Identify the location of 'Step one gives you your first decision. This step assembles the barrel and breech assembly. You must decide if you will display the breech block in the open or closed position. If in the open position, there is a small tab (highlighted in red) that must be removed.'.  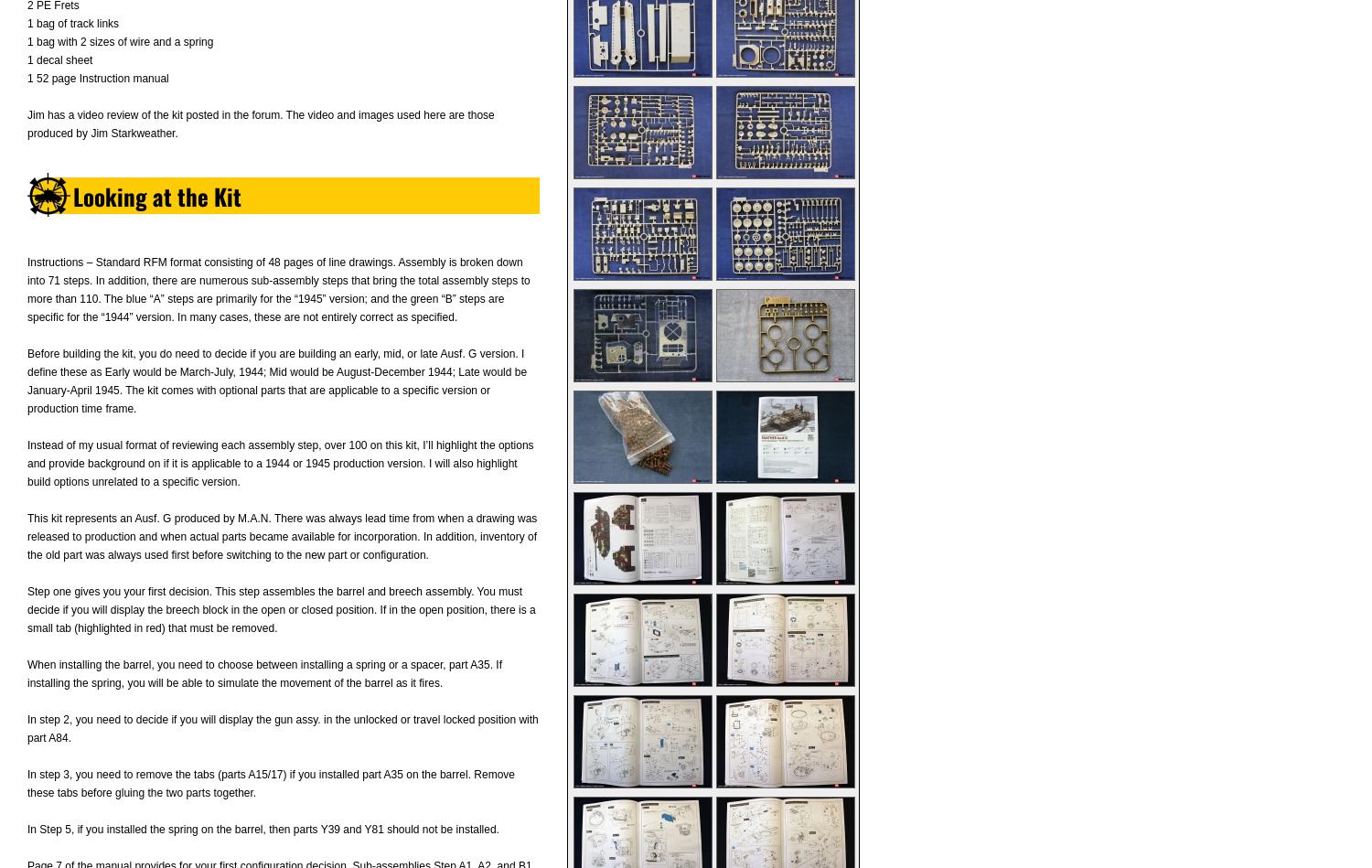
(281, 609).